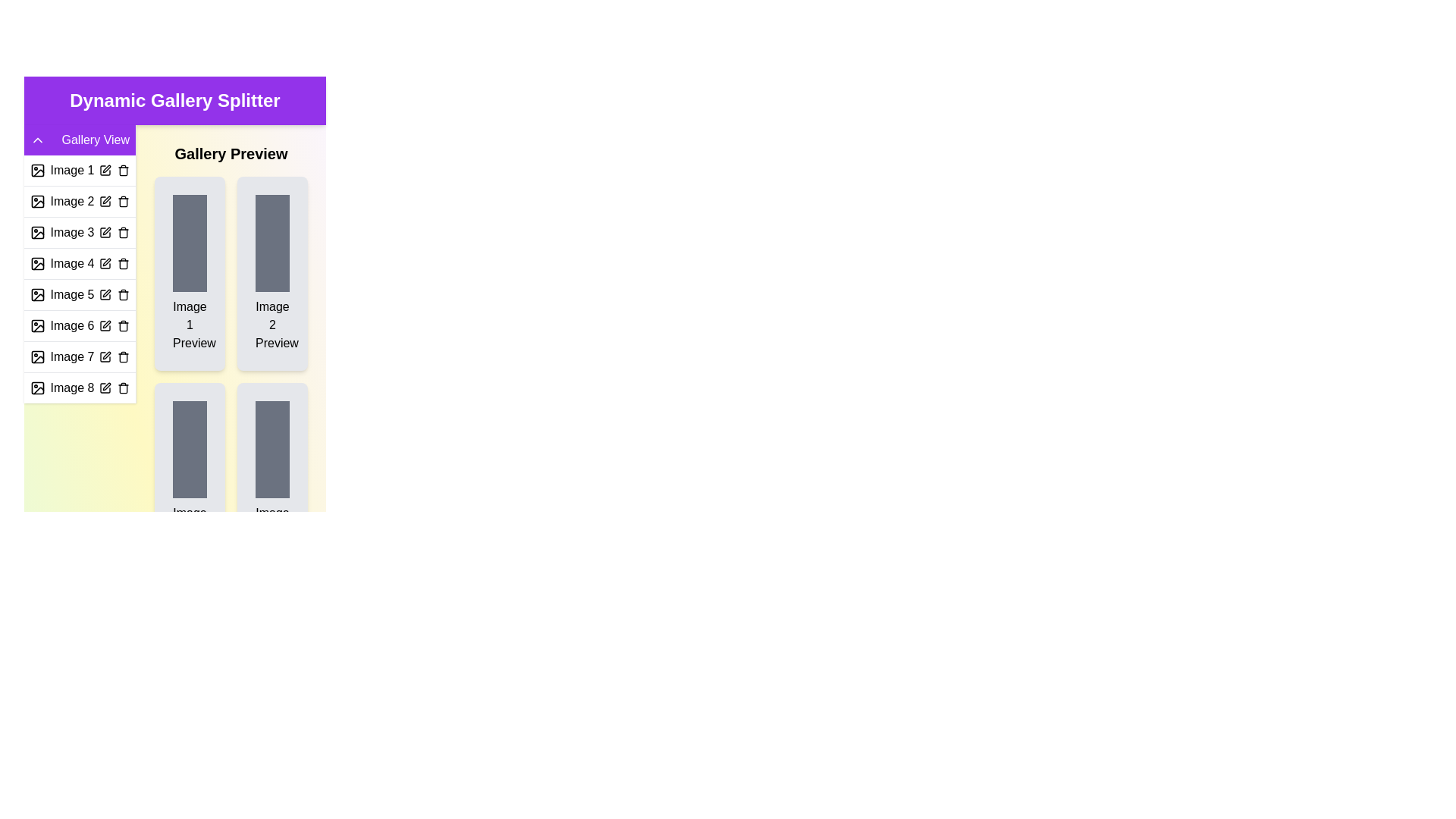 This screenshot has width=1456, height=819. Describe the element at coordinates (113, 170) in the screenshot. I see `the edit icon in the Group of action buttons located at the far right of the 'Image 1' row in the 'Gallery View' section` at that location.